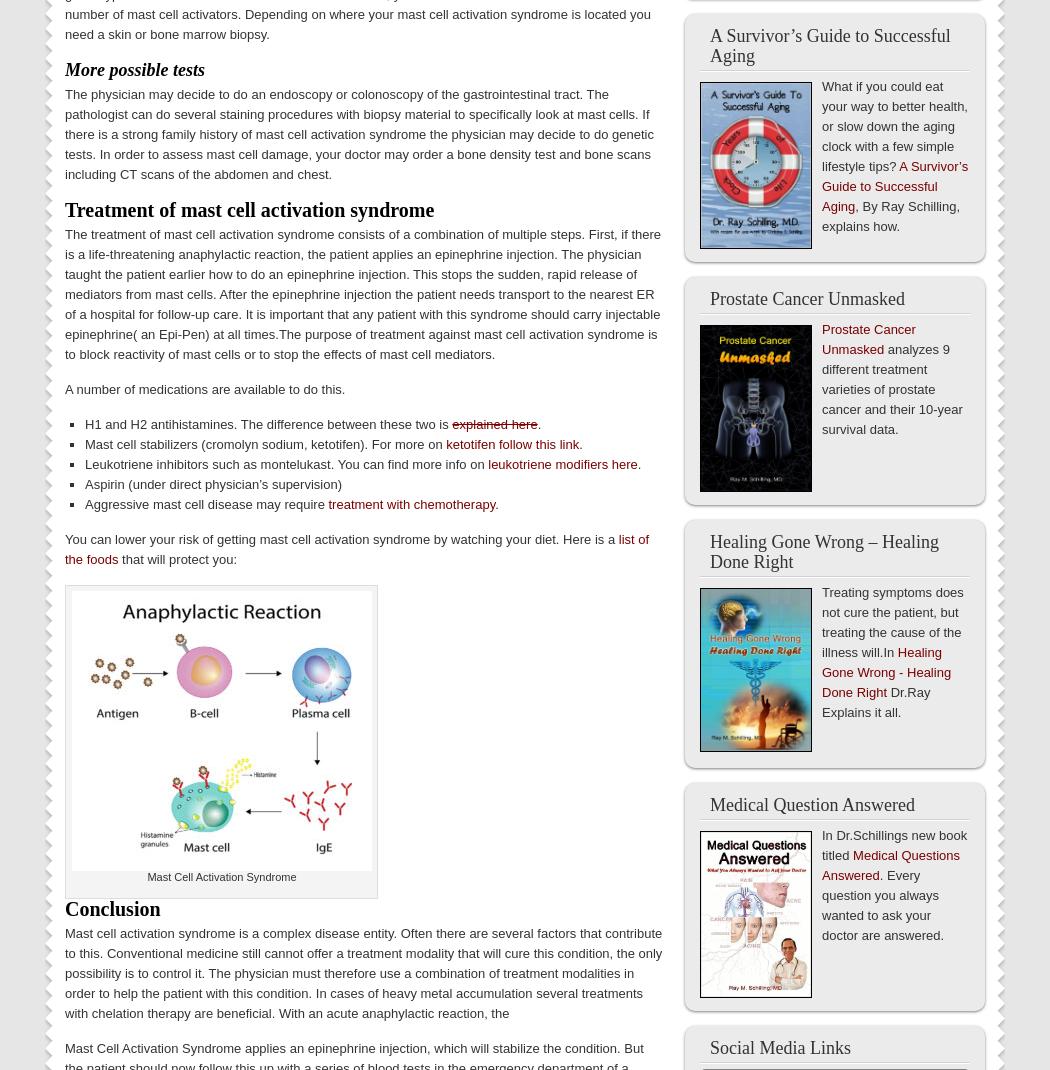 This screenshot has width=1050, height=1070. What do you see at coordinates (205, 503) in the screenshot?
I see `'Aggressive mast cell disease may require'` at bounding box center [205, 503].